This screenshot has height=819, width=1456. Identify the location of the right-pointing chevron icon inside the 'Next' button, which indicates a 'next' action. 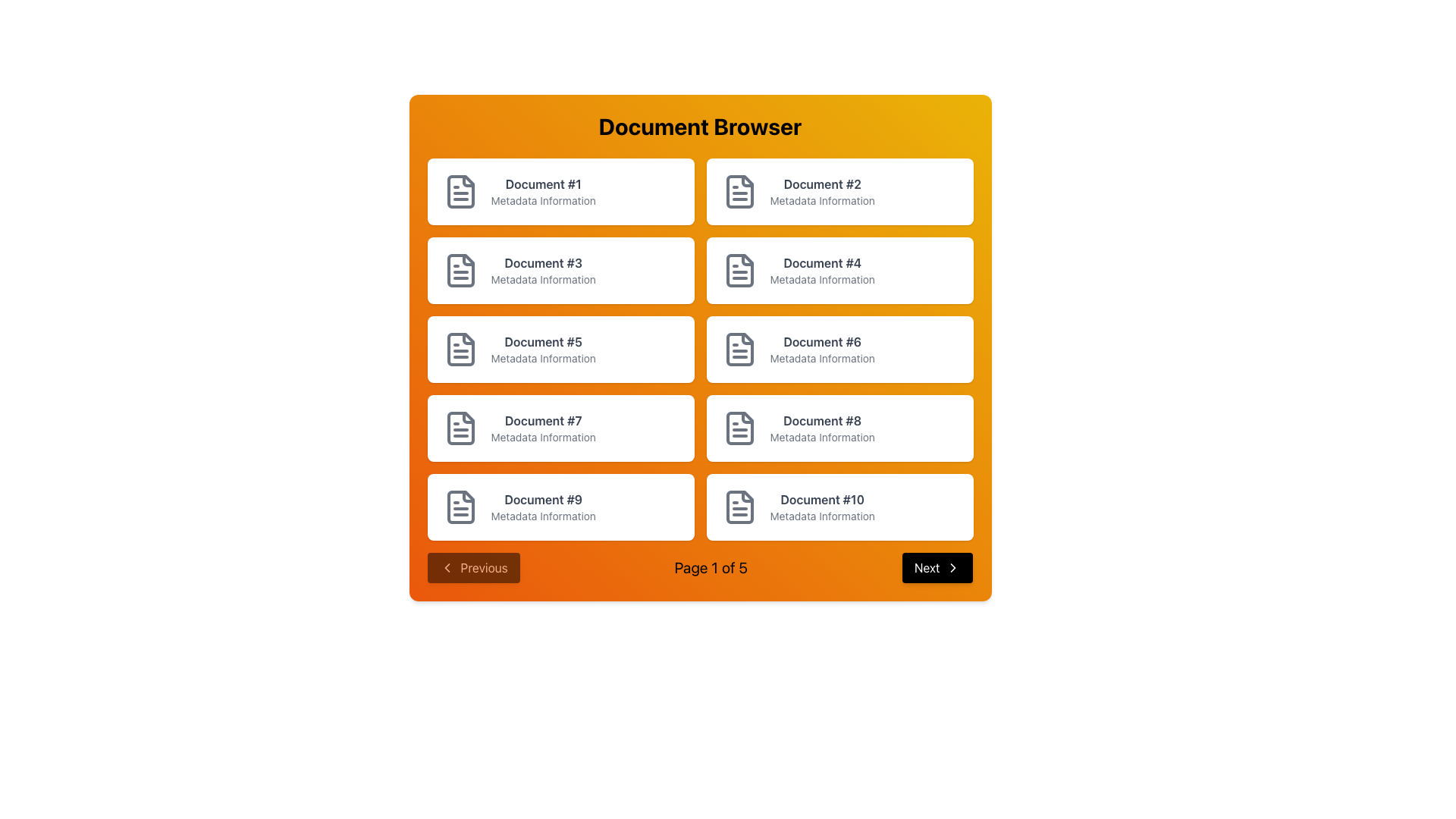
(952, 567).